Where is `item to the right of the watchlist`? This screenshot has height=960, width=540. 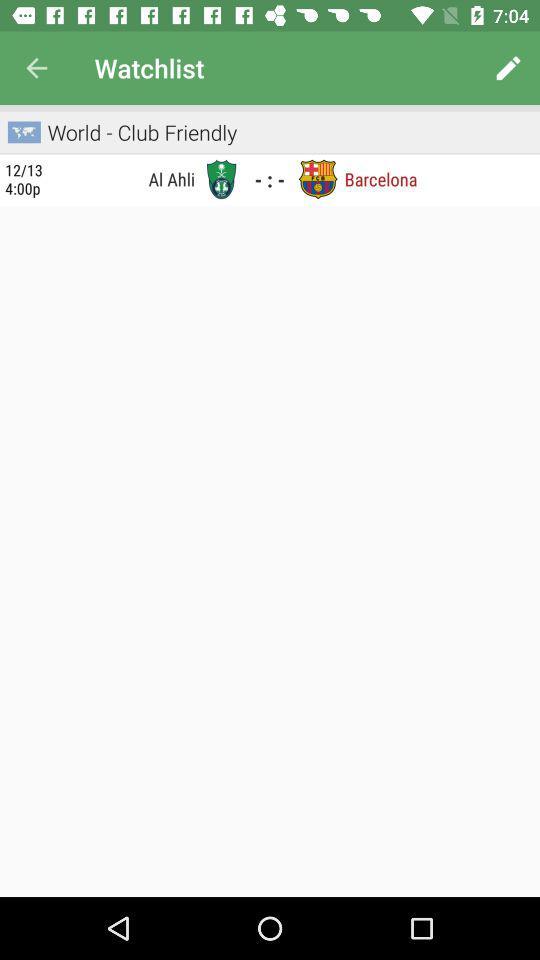
item to the right of the watchlist is located at coordinates (508, 68).